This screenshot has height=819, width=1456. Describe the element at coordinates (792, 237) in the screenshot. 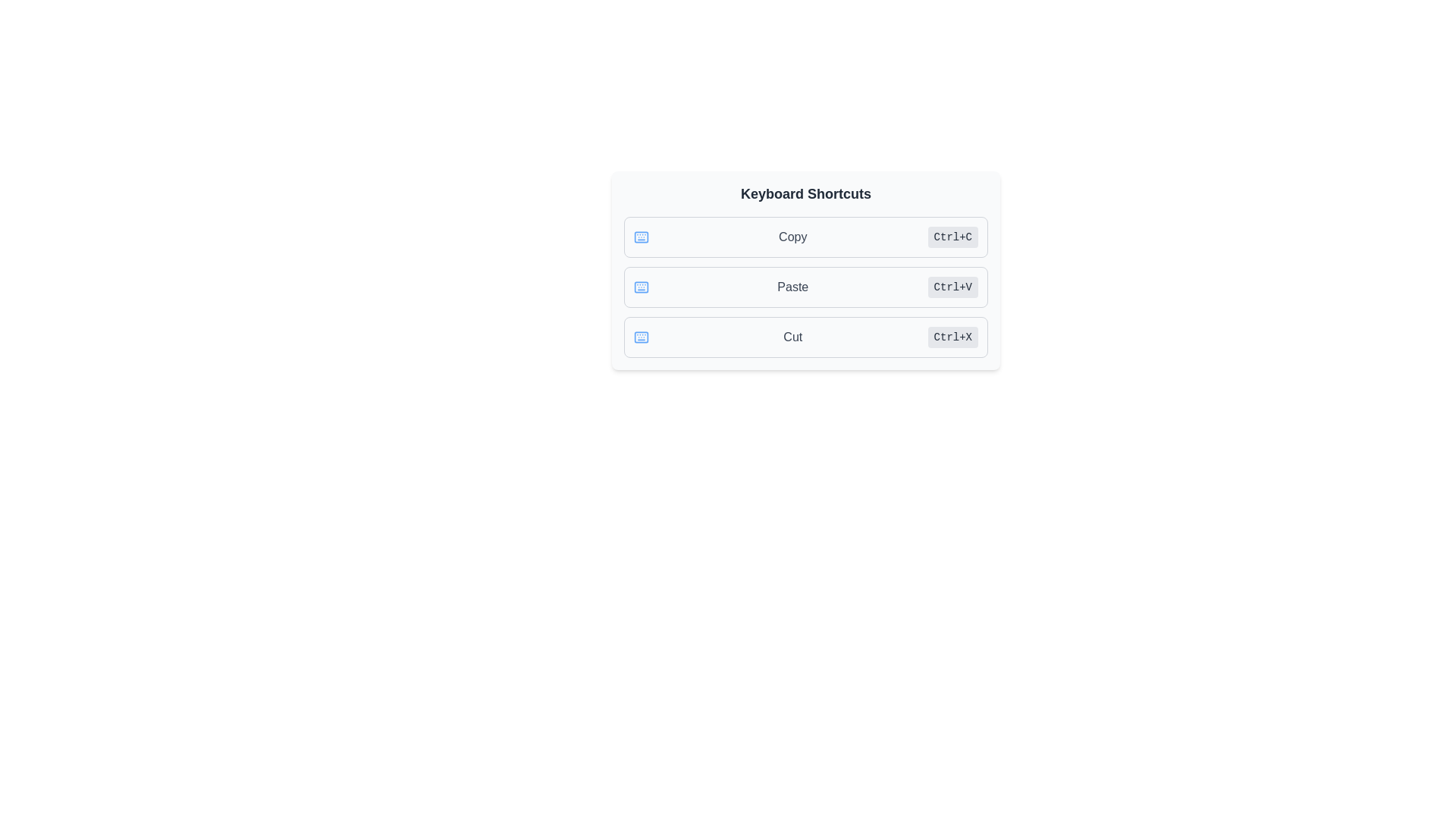

I see `the Text label indicating the action associated with the displayed shortcut keys, positioned between a blue keyboard icon and the shortcut keys 'Ctrl+C'` at that location.